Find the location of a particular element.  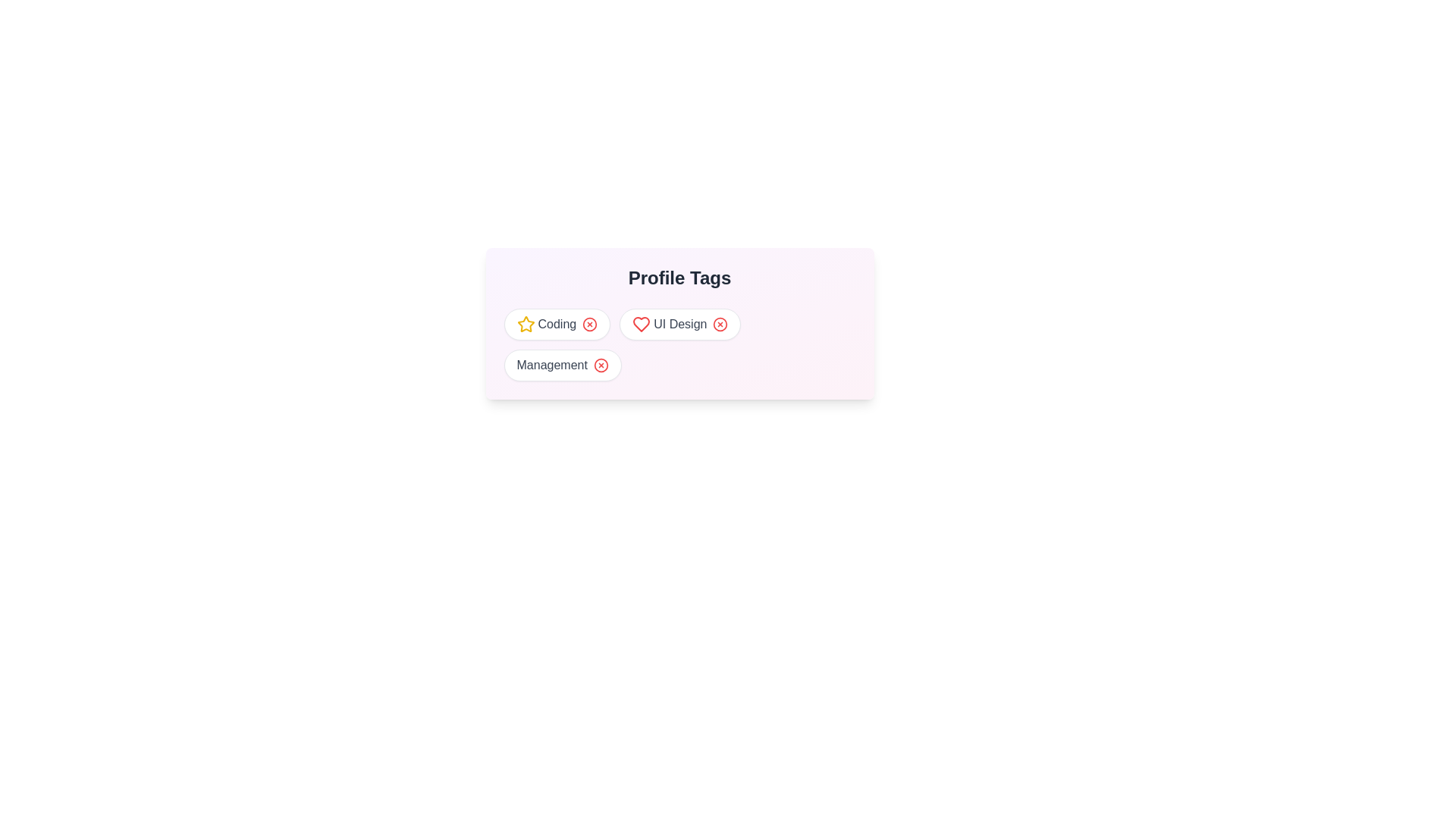

the tag Coding to observe its visual effects is located at coordinates (556, 324).